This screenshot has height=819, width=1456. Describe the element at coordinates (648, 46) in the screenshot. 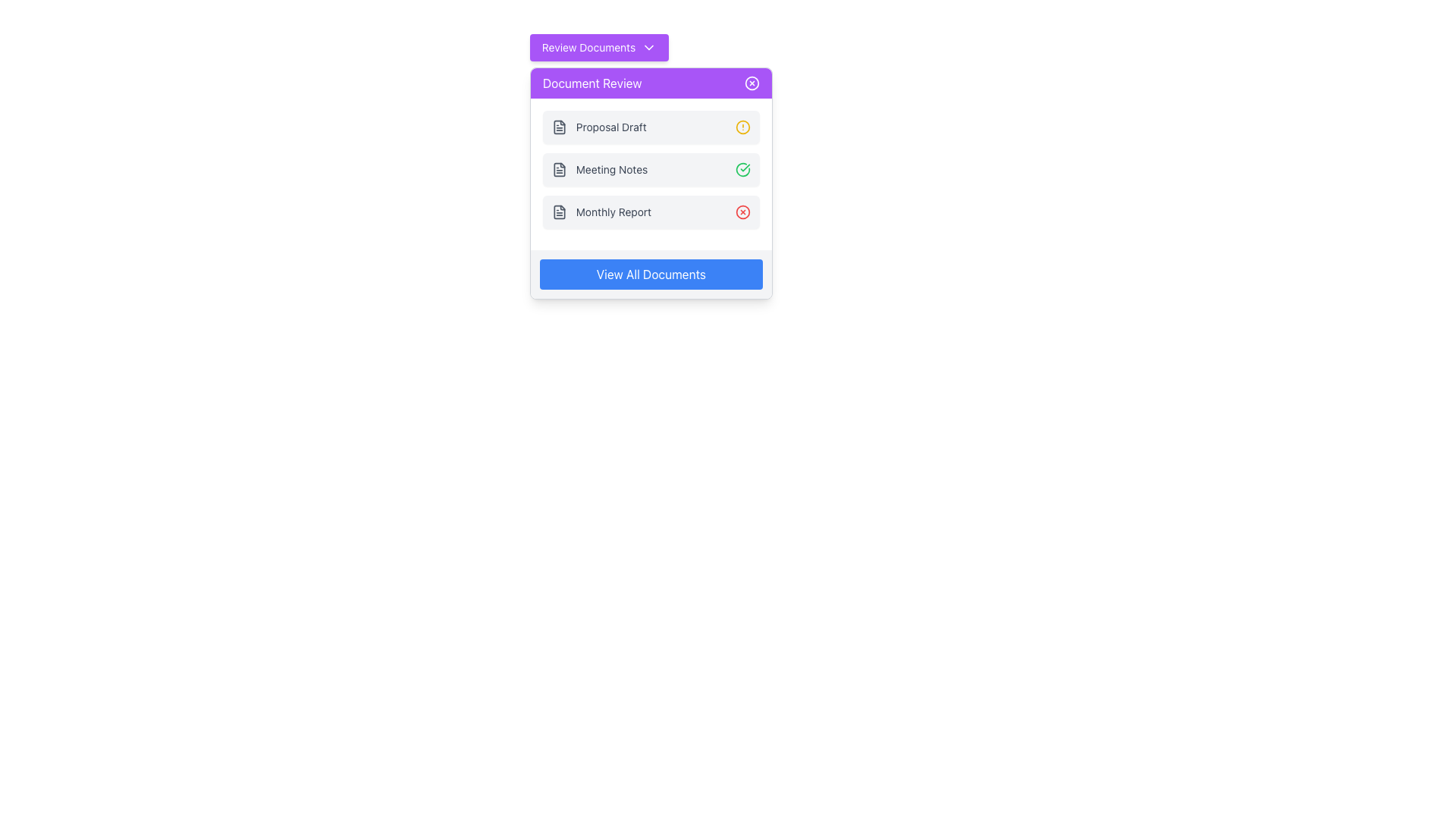

I see `the icon located on the right-hand side of the 'Review Documents' button` at that location.